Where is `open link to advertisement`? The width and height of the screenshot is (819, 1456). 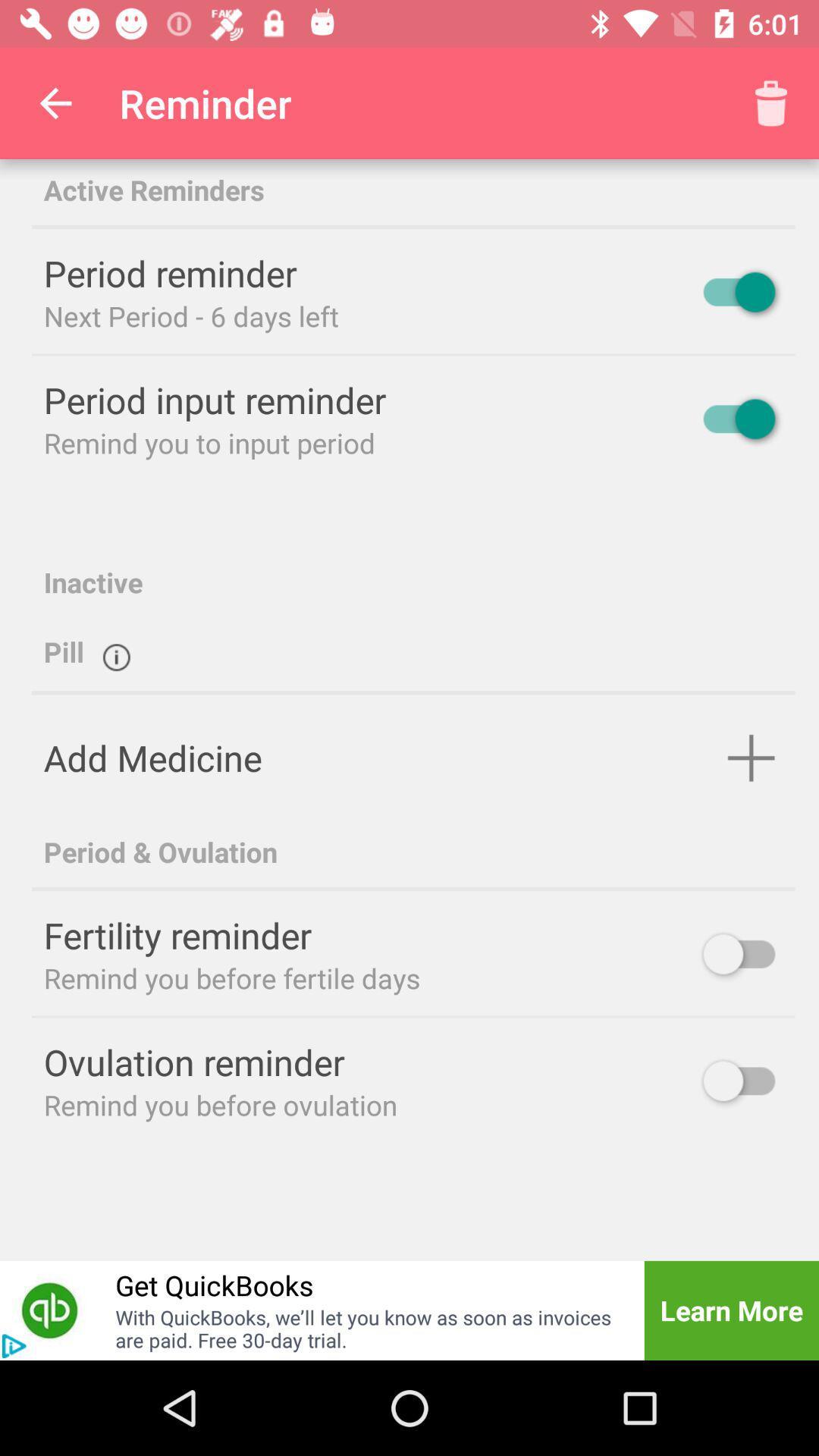
open link to advertisement is located at coordinates (49, 1310).